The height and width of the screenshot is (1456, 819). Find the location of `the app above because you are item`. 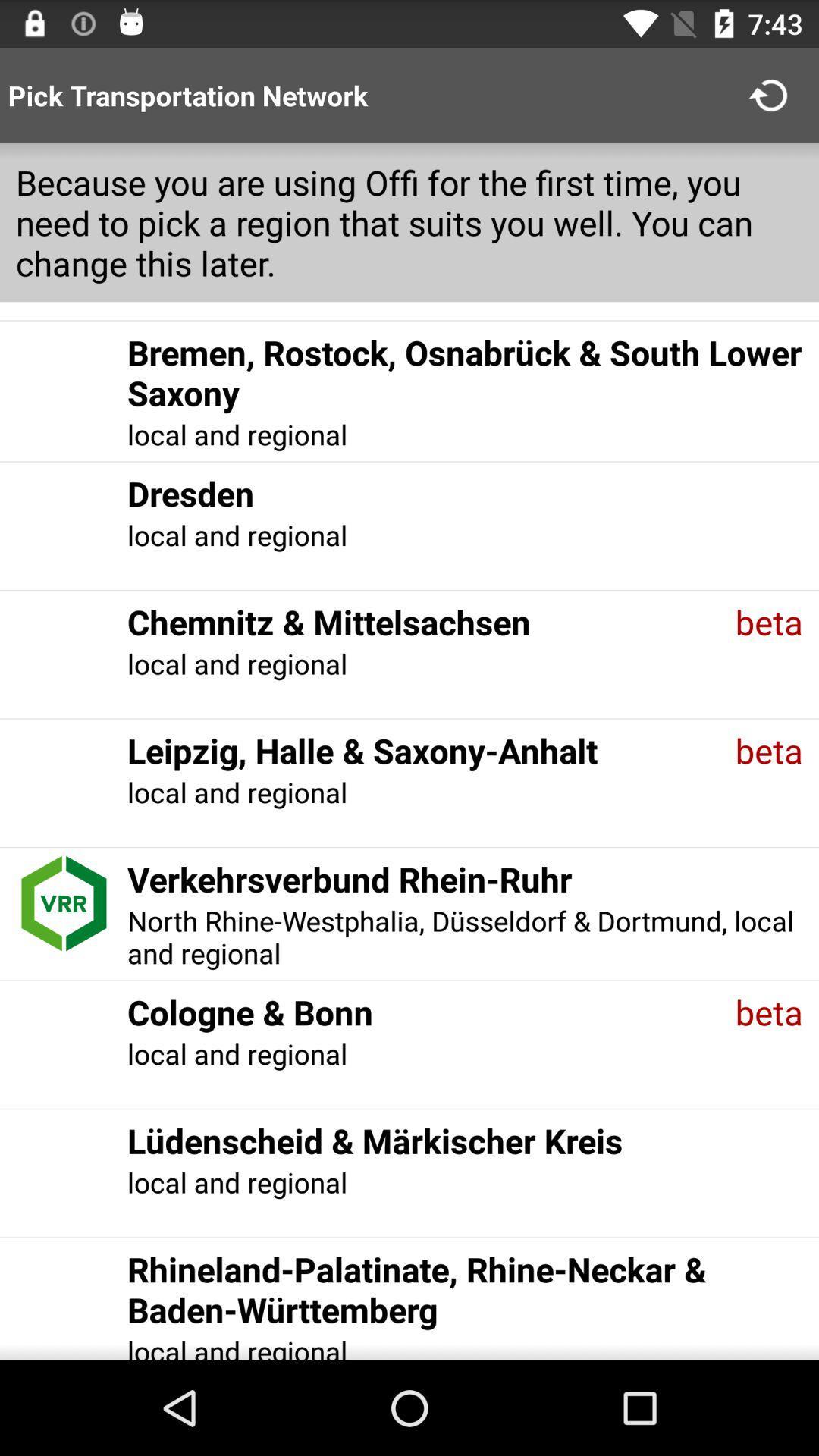

the app above because you are item is located at coordinates (771, 94).